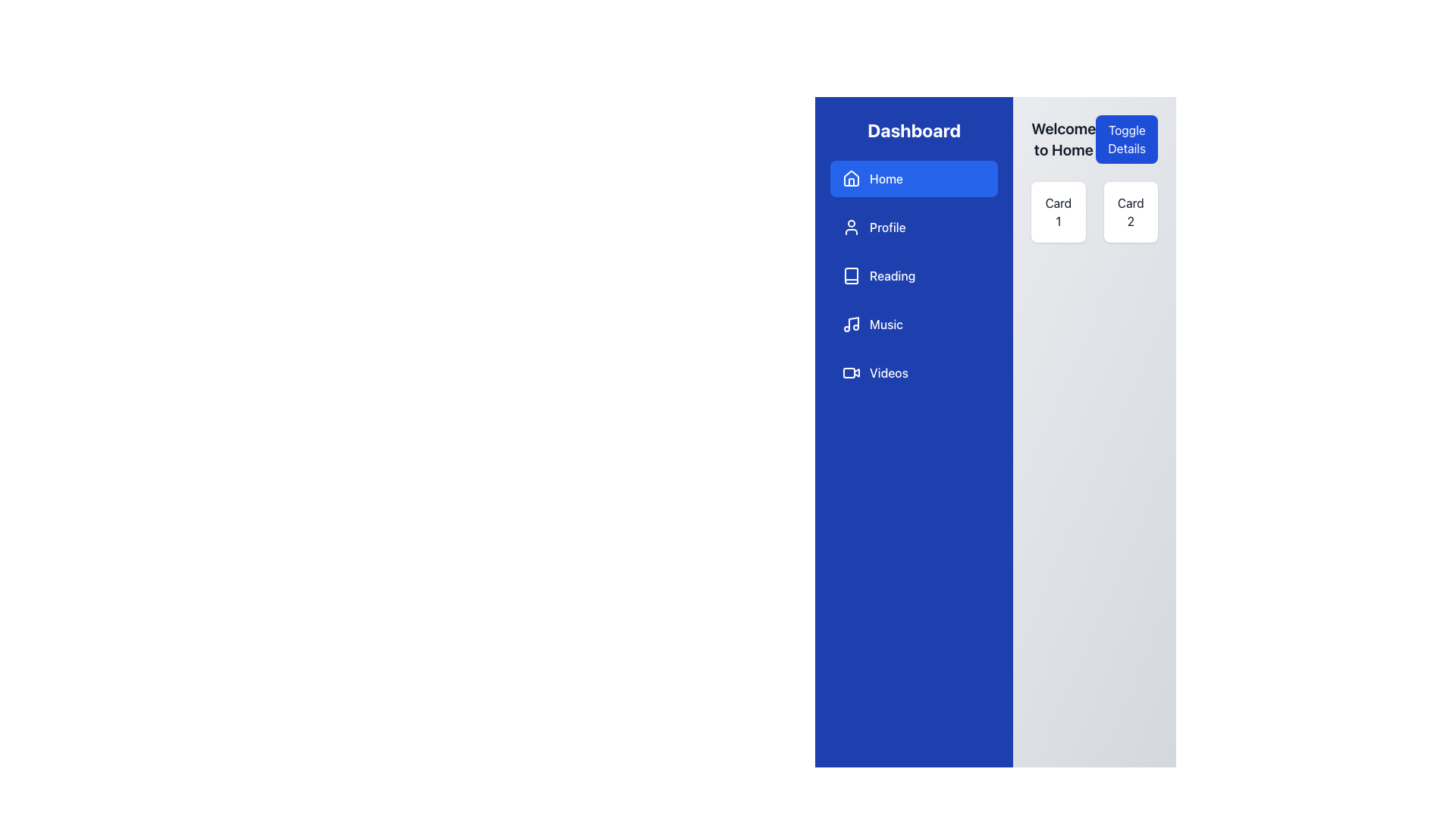 Image resolution: width=1456 pixels, height=819 pixels. Describe the element at coordinates (913, 130) in the screenshot. I see `the 'Dashboard' text label, which is a bold, large font in white on a blue background, located at the top of the vertical navigation panel on the left side of the interface` at that location.